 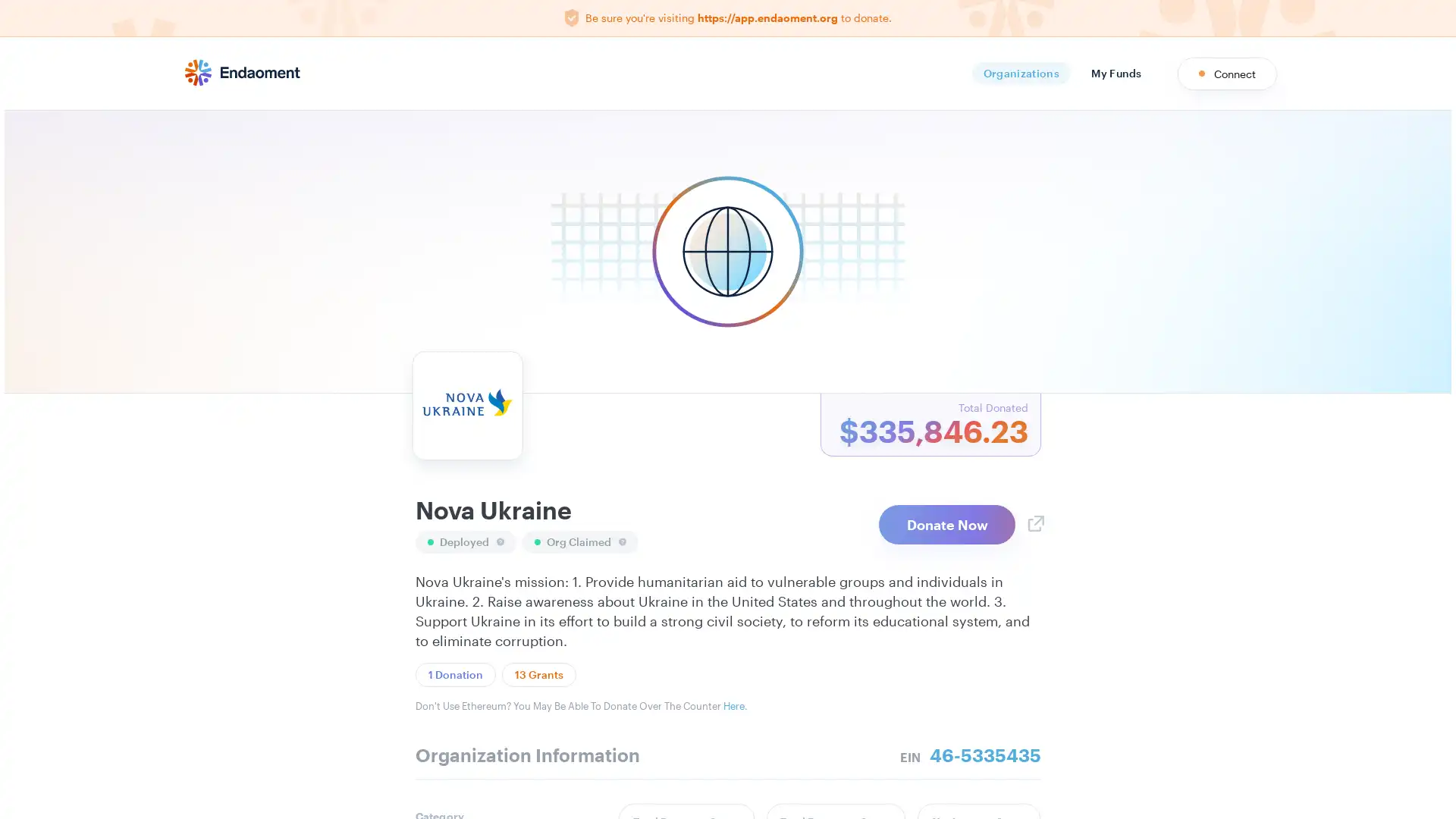 I want to click on Org Claimed, so click(x=579, y=540).